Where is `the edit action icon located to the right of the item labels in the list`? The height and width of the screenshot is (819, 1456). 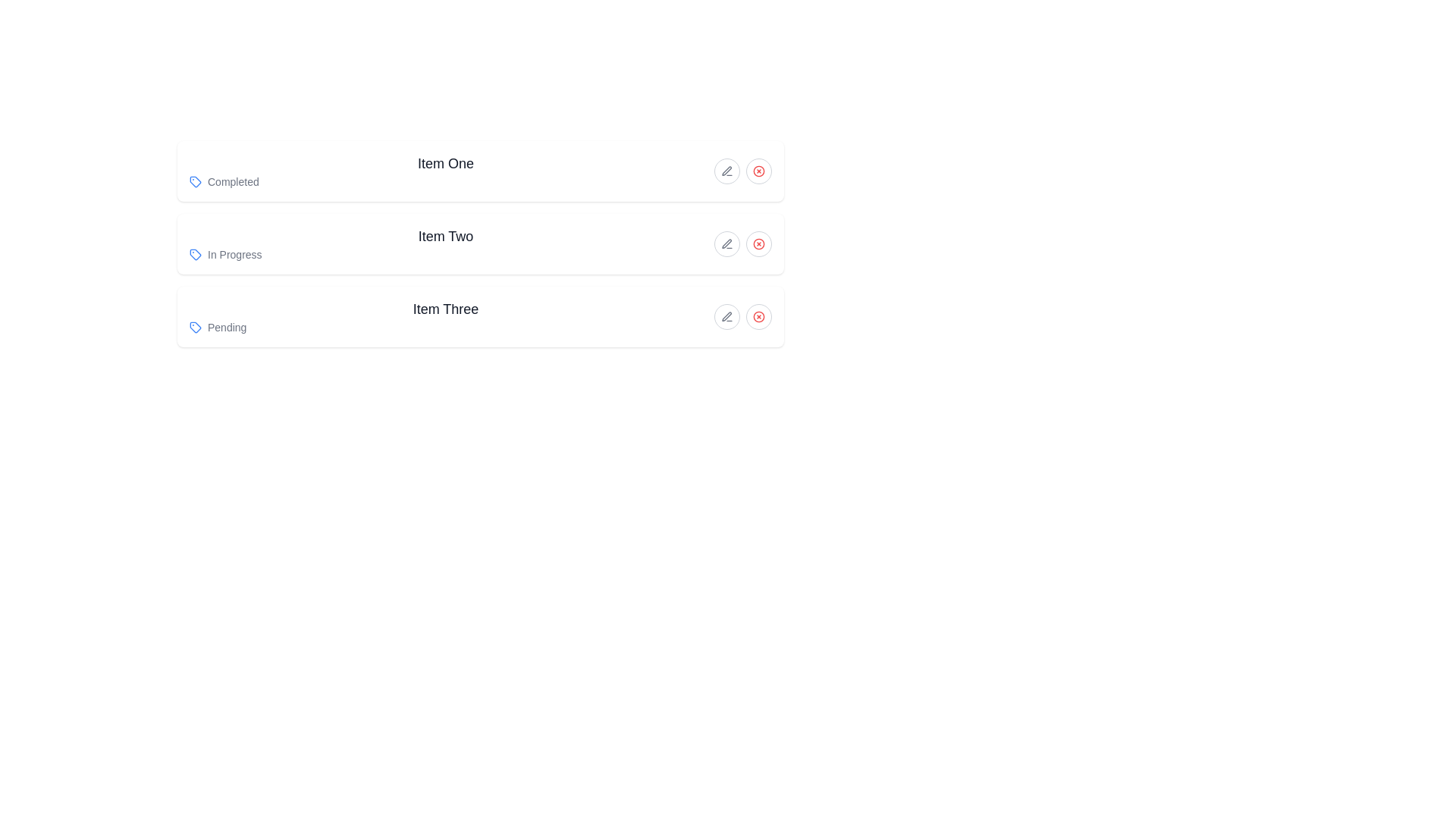 the edit action icon located to the right of the item labels in the list is located at coordinates (726, 243).